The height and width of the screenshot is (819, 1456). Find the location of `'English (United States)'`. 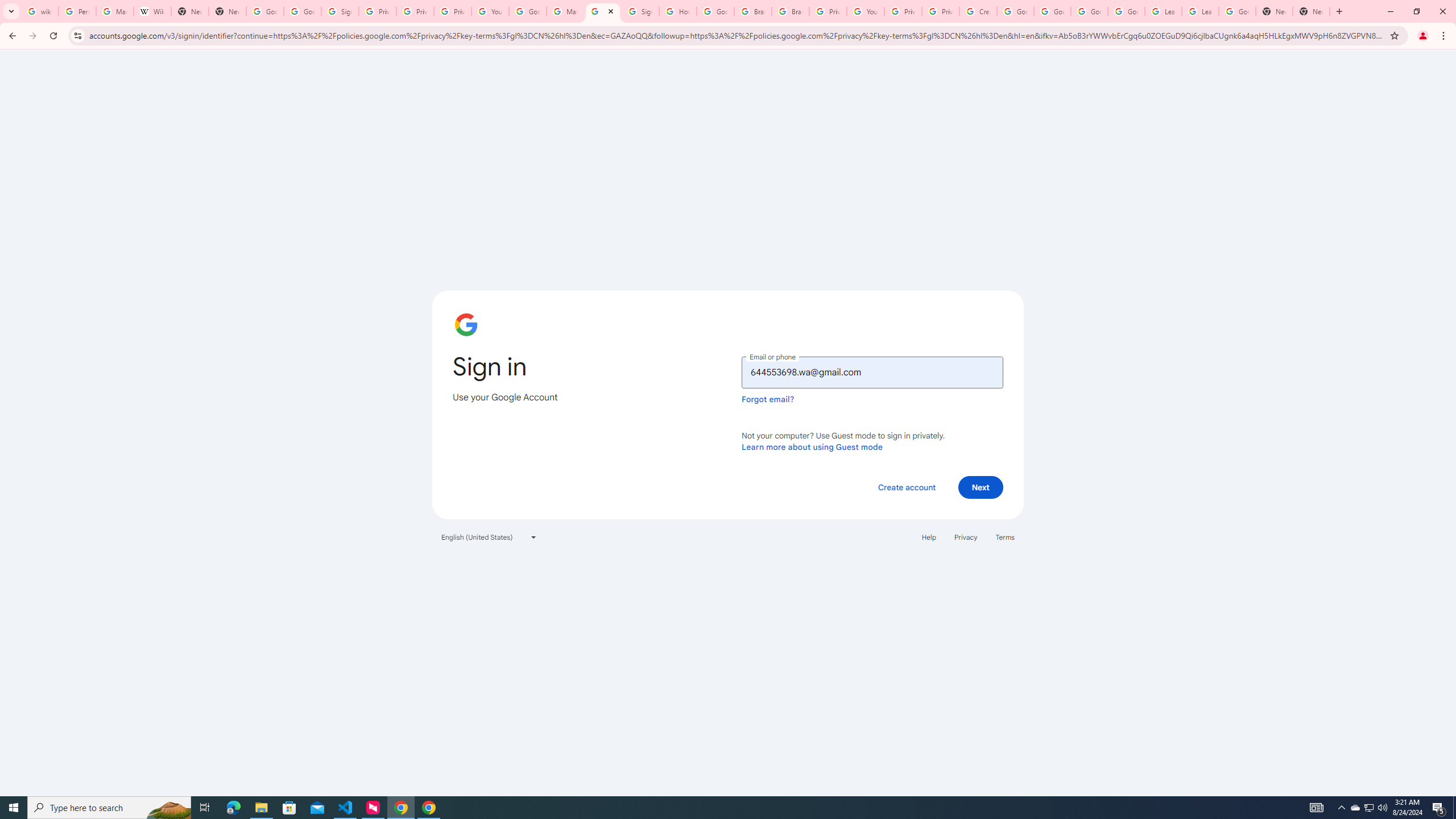

'English (United States)' is located at coordinates (489, 536).